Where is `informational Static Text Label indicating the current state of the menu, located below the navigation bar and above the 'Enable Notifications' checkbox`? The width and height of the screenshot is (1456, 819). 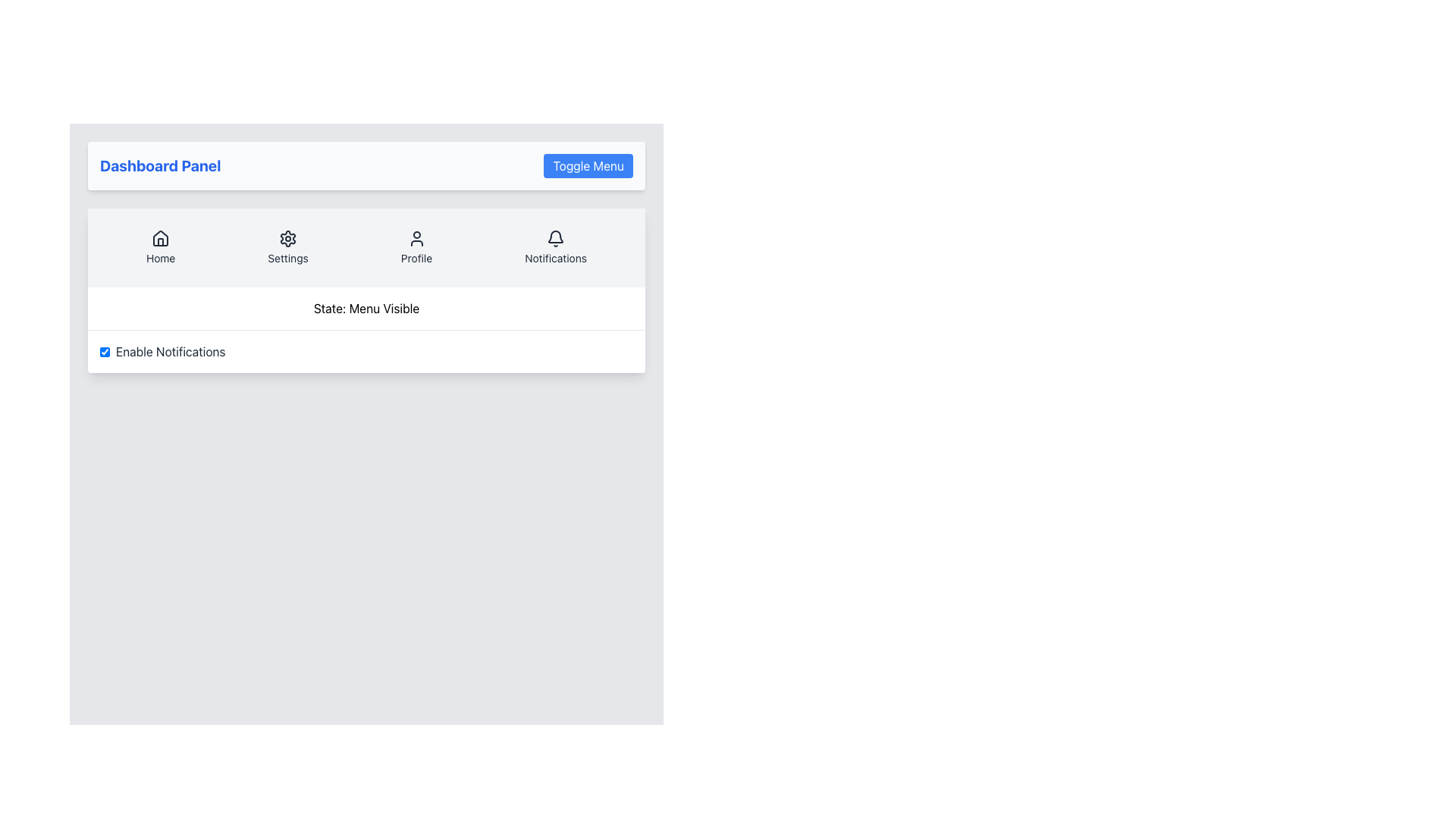
informational Static Text Label indicating the current state of the menu, located below the navigation bar and above the 'Enable Notifications' checkbox is located at coordinates (366, 308).